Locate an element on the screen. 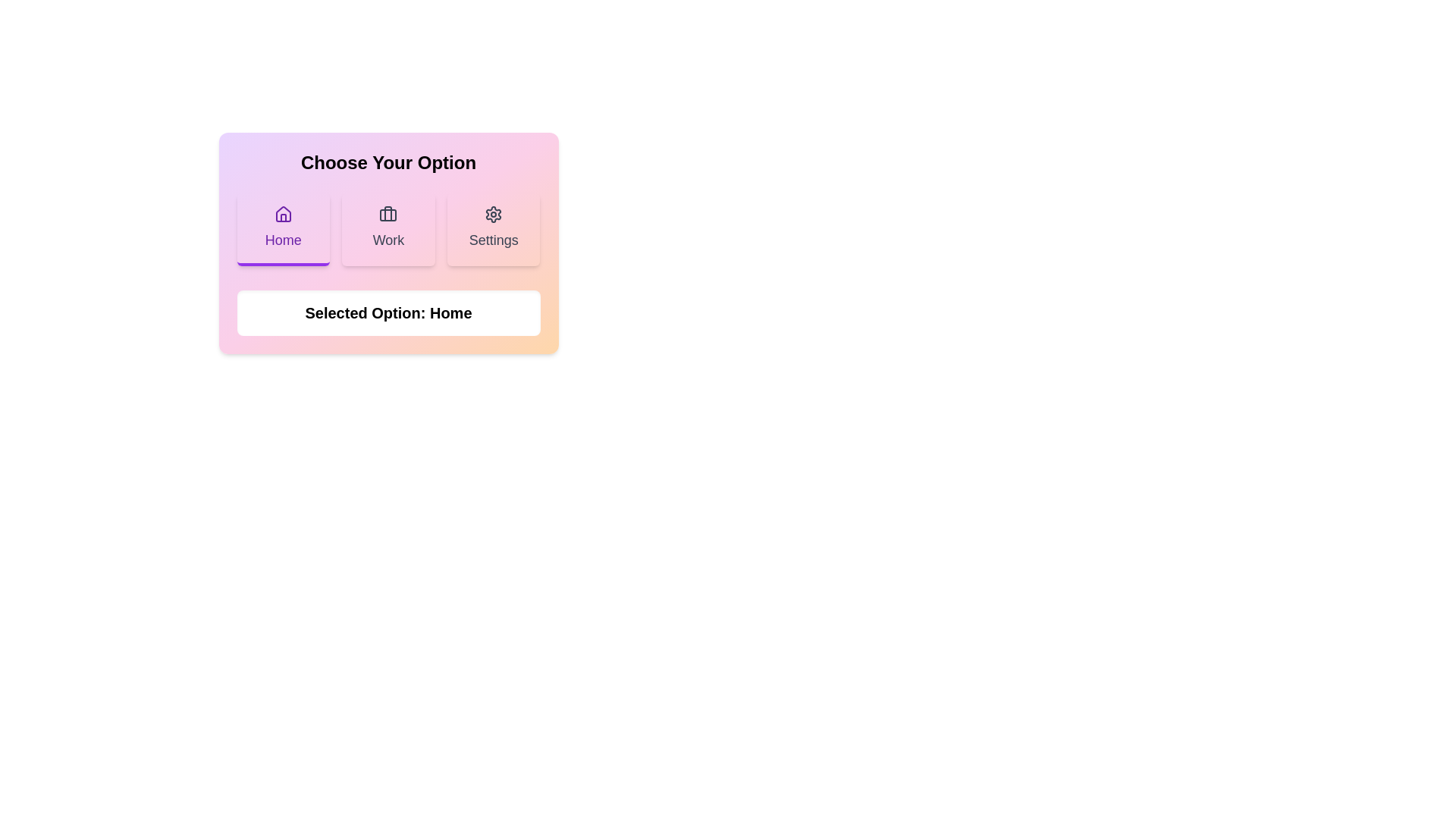 The width and height of the screenshot is (1456, 819). the decorative SVG rectangle that is part of the 'Work' option icon in the main selection area is located at coordinates (388, 215).